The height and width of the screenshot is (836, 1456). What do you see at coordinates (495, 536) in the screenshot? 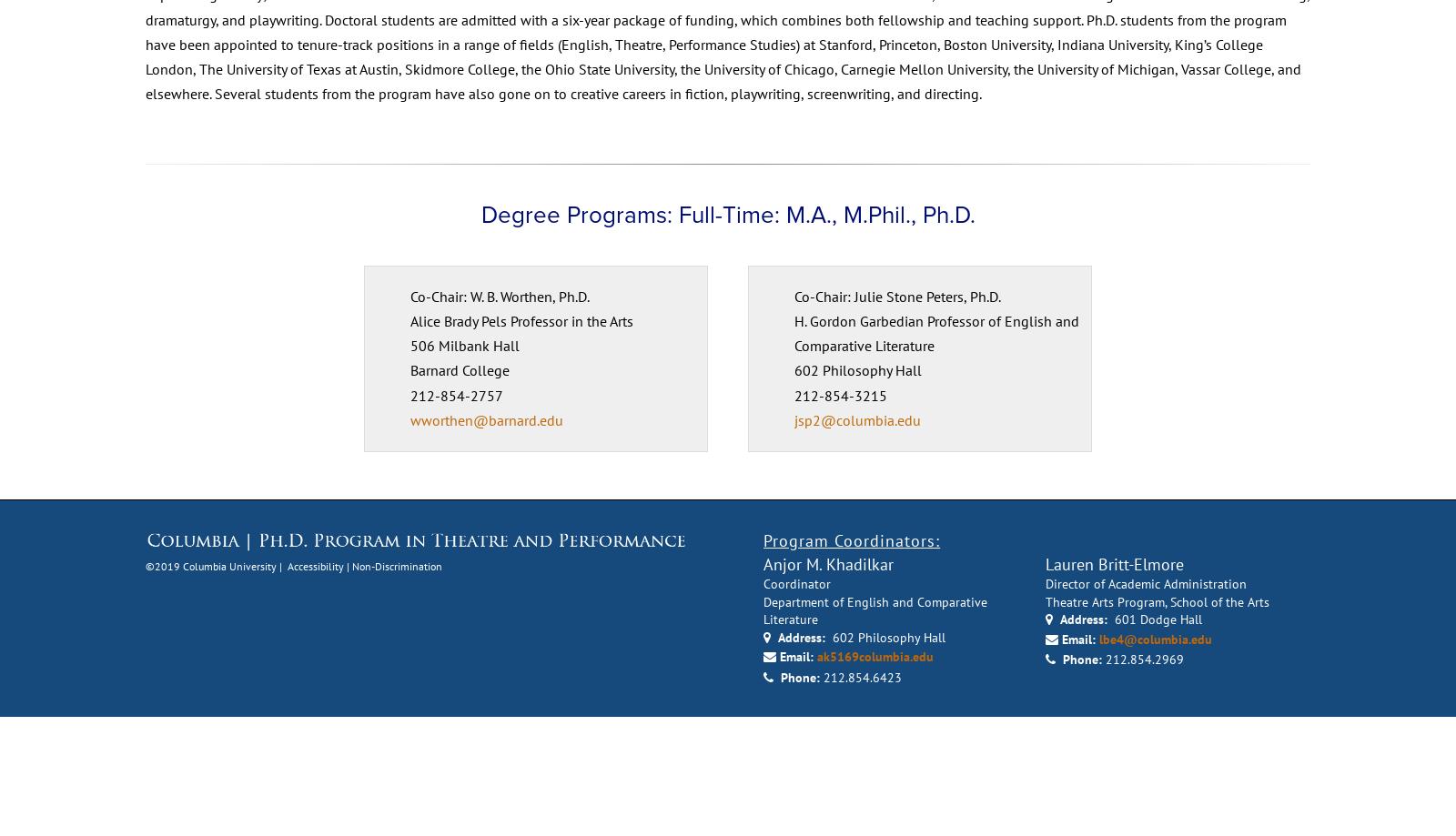
I see `'wworthen@barnard.edu'` at bounding box center [495, 536].